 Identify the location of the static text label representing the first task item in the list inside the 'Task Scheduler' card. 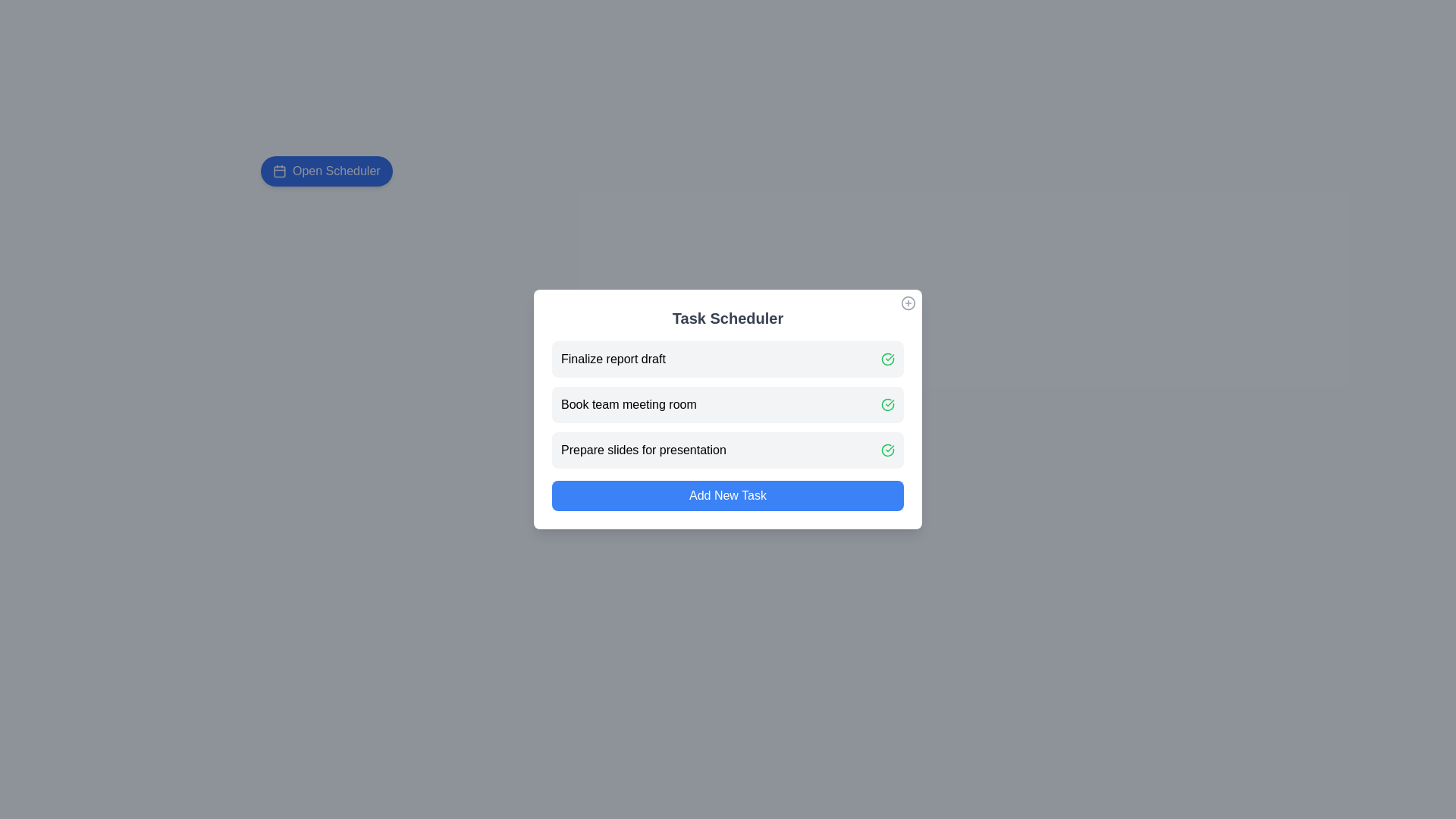
(613, 359).